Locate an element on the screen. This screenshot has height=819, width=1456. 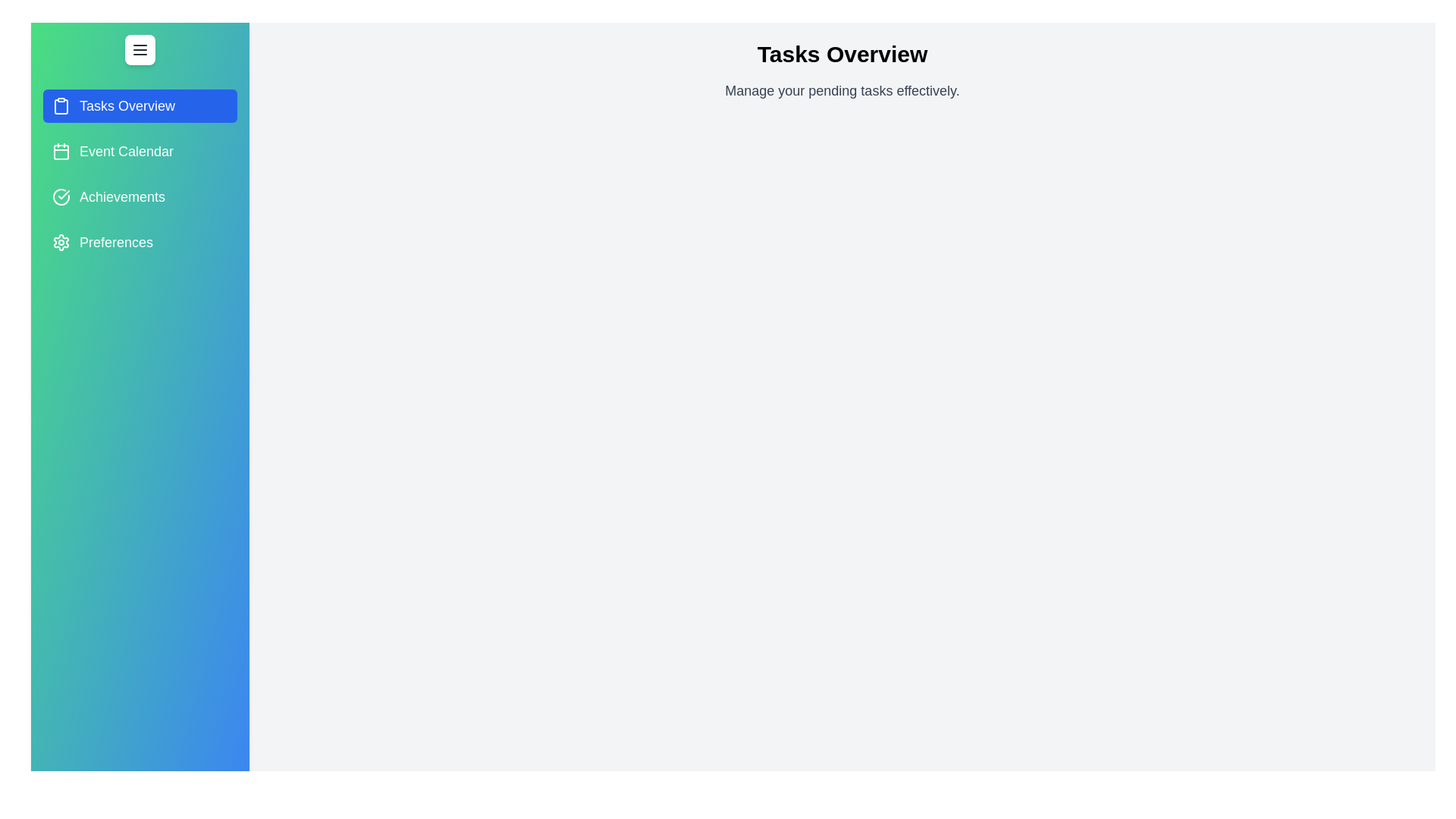
the tab Event Calendar to preview its interaction effects is located at coordinates (140, 152).